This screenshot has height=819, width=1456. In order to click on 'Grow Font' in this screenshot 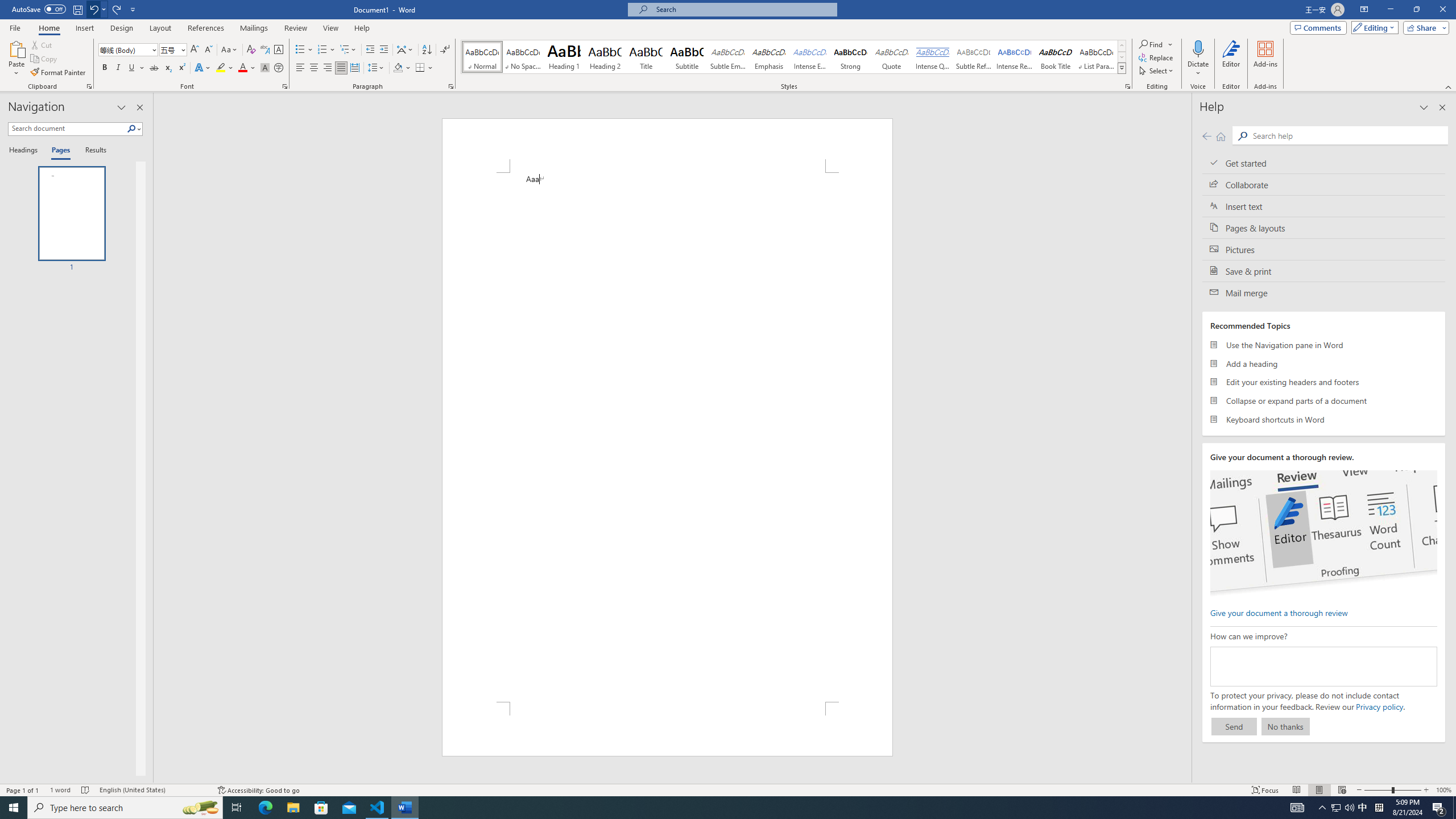, I will do `click(194, 49)`.